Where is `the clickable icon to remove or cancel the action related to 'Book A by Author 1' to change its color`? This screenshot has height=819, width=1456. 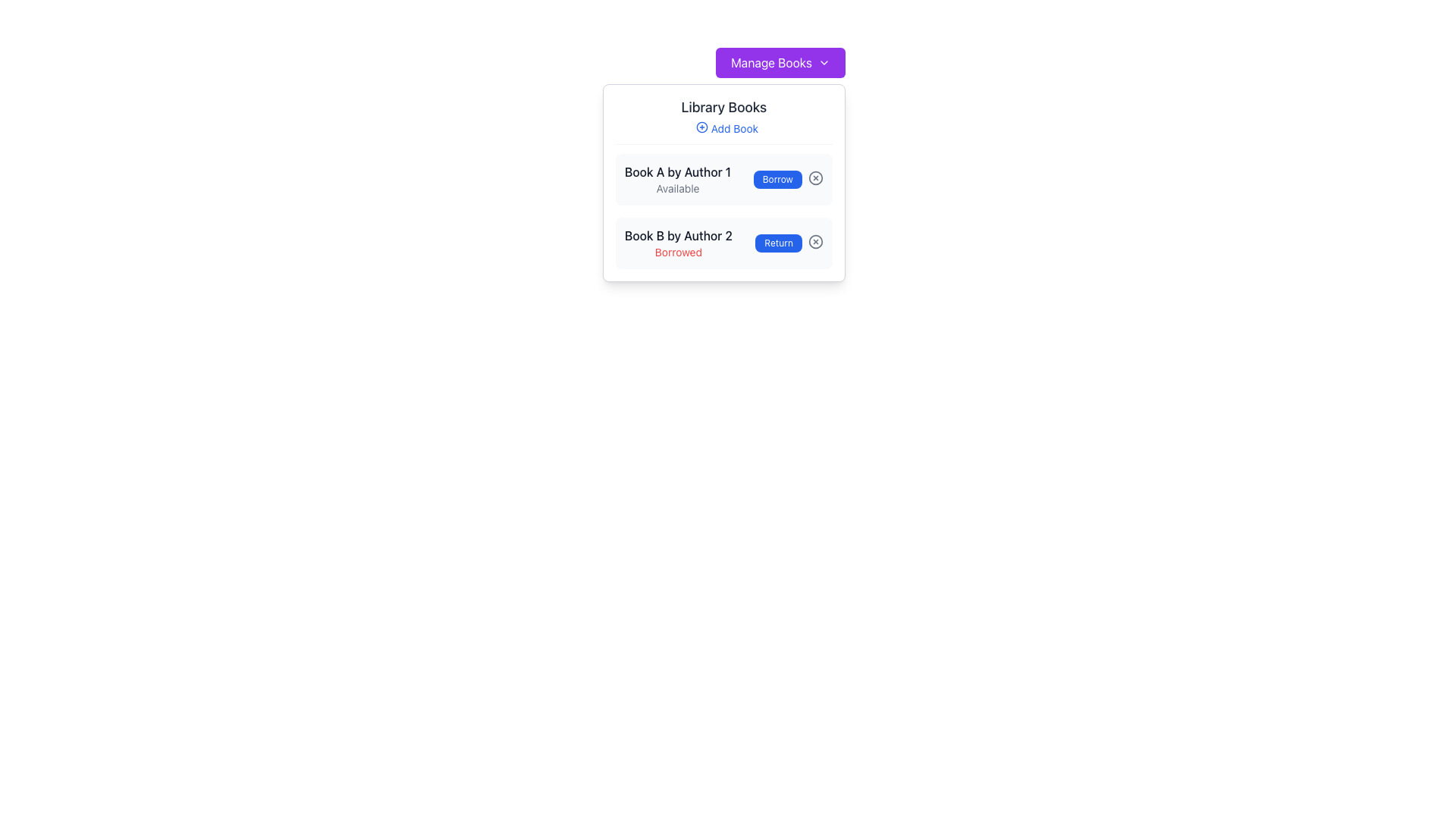
the clickable icon to remove or cancel the action related to 'Book A by Author 1' to change its color is located at coordinates (814, 177).